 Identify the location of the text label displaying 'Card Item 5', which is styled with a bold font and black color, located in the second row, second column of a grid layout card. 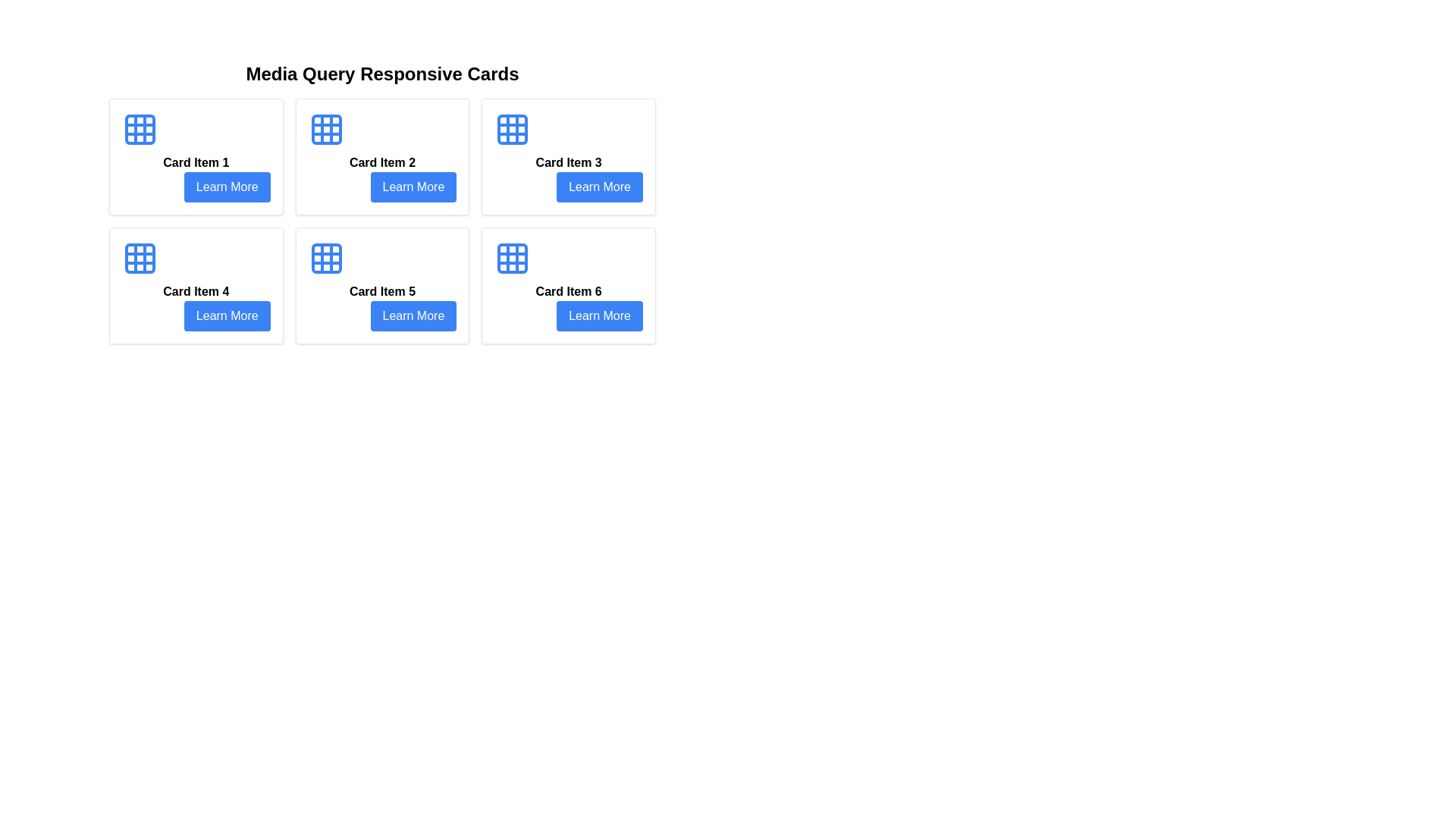
(382, 292).